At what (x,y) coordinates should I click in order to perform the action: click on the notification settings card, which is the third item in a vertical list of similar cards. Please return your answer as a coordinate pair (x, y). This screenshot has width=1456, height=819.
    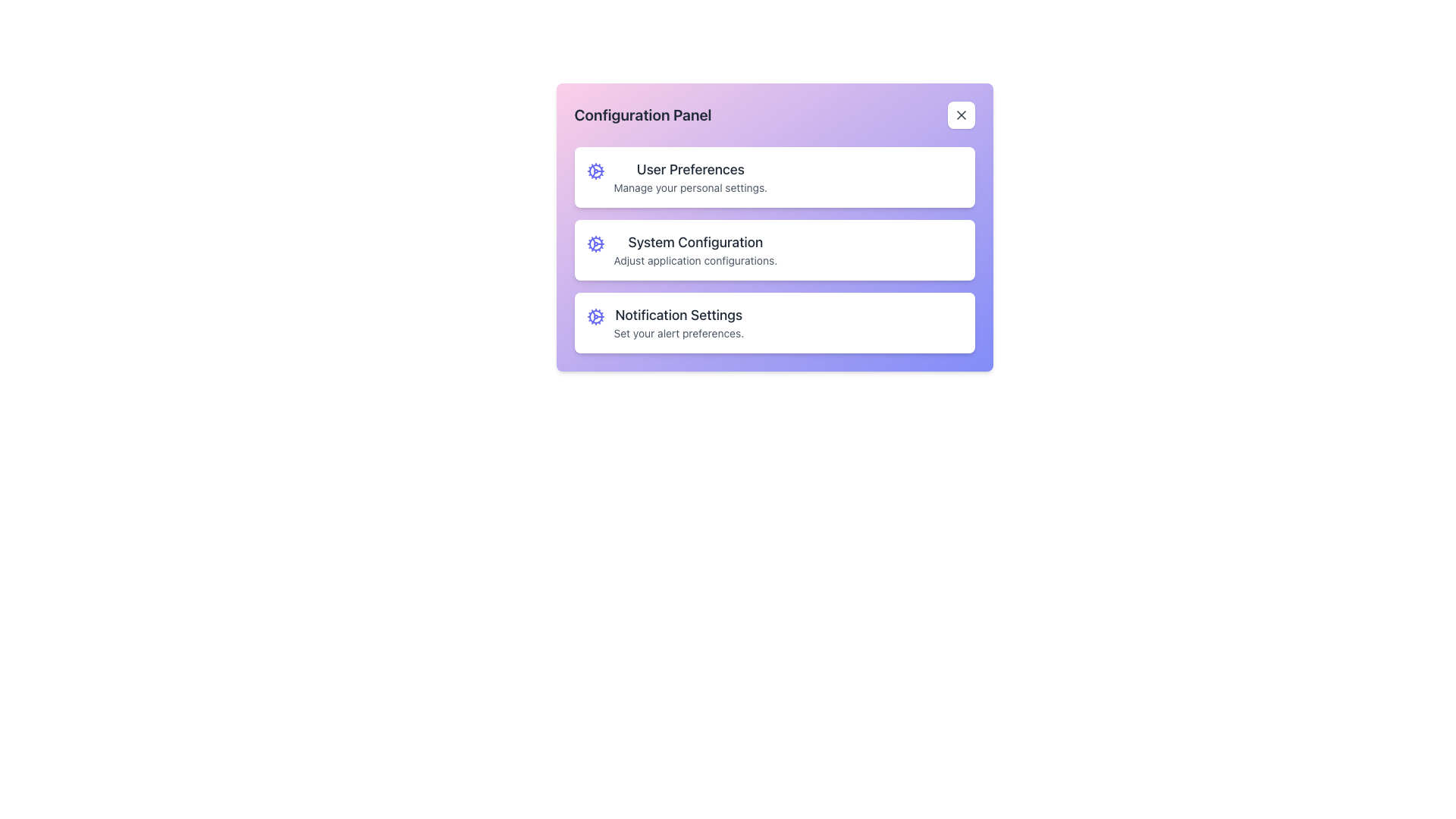
    Looking at the image, I should click on (774, 322).